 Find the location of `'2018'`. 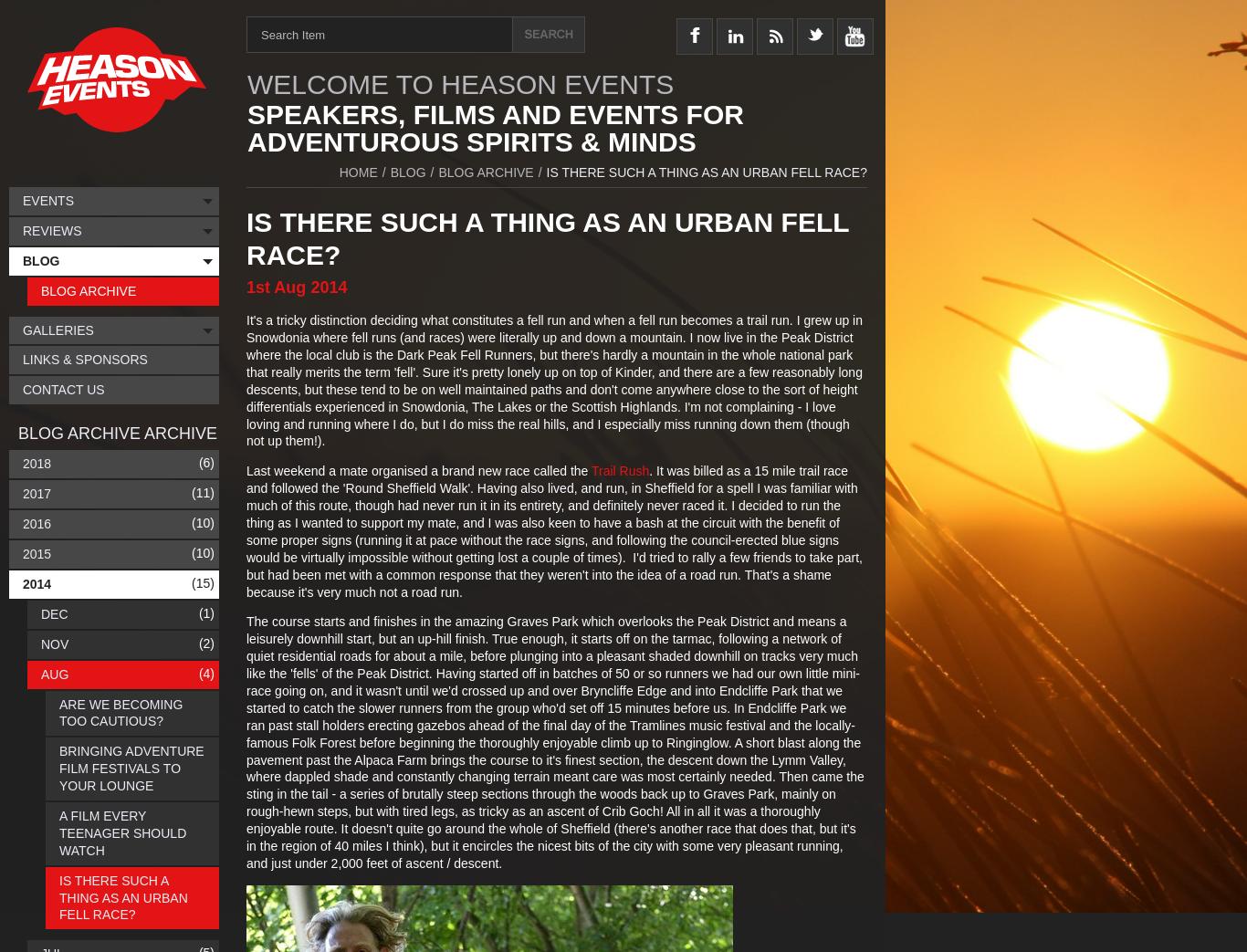

'2018' is located at coordinates (37, 463).